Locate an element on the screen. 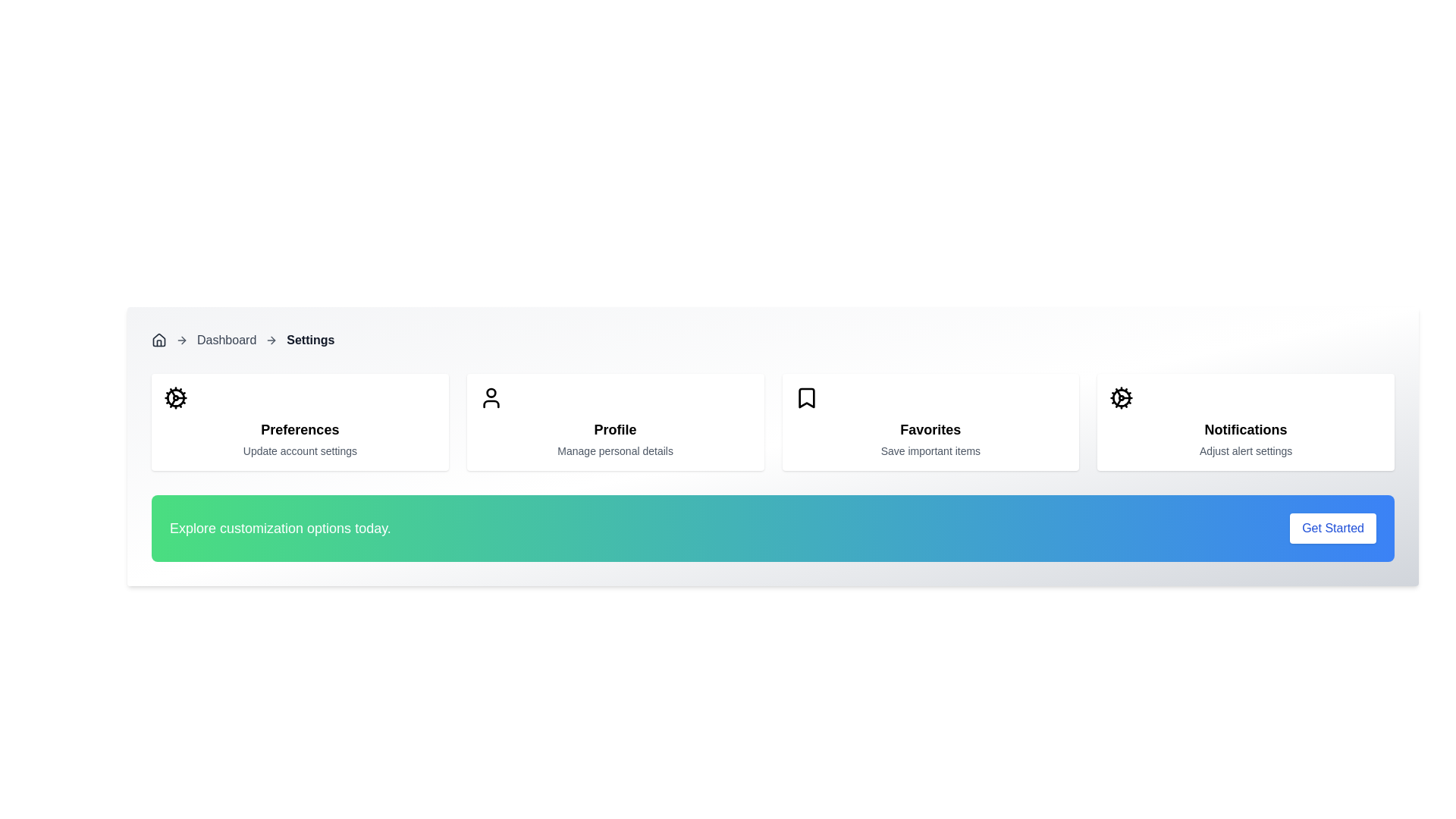 The width and height of the screenshot is (1456, 819). the bookmark-shaped icon located within the 'Favorites' card, which is the third card in a horizontal row of four cards is located at coordinates (805, 397).